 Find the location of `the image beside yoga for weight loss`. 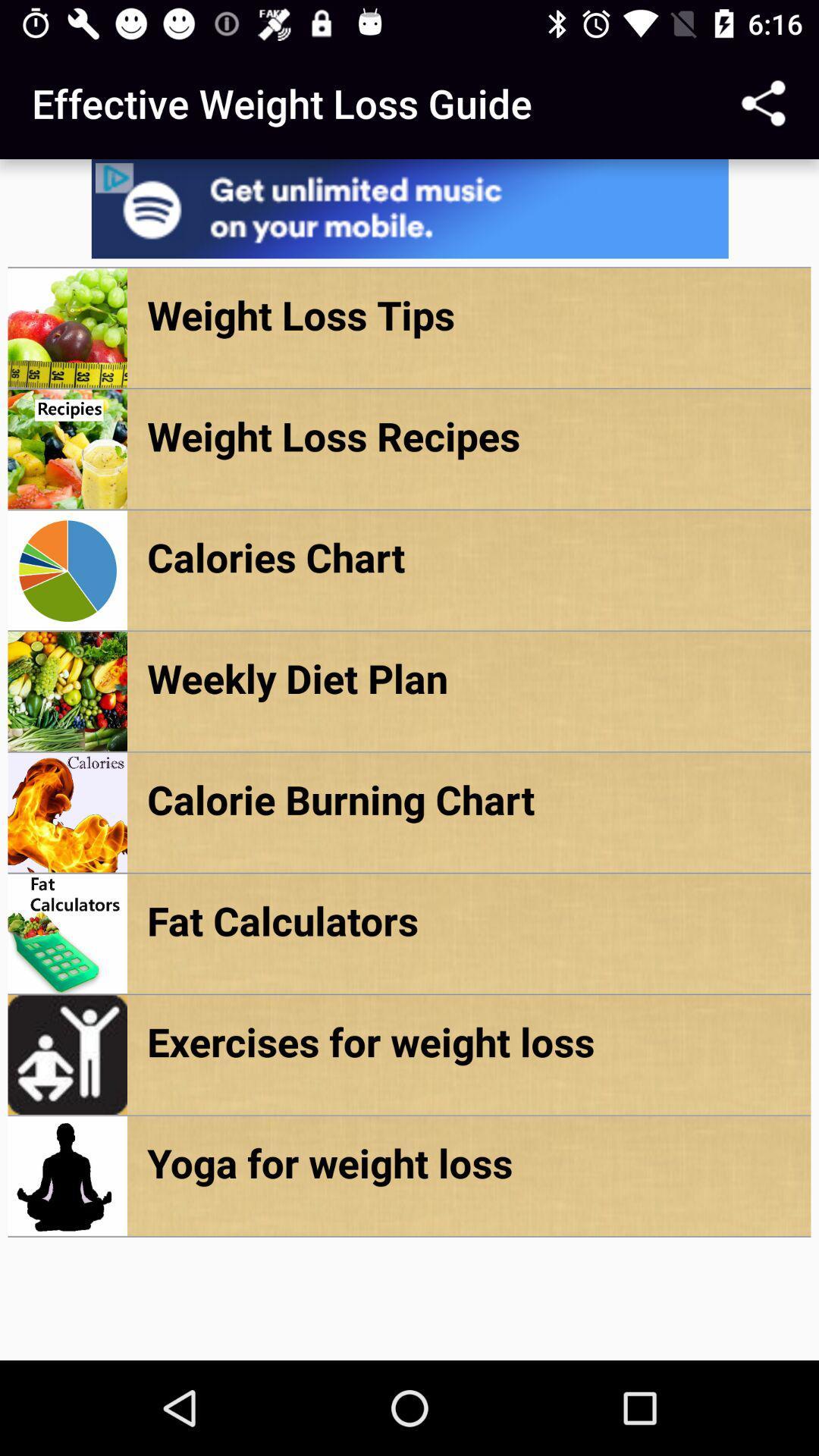

the image beside yoga for weight loss is located at coordinates (67, 1175).